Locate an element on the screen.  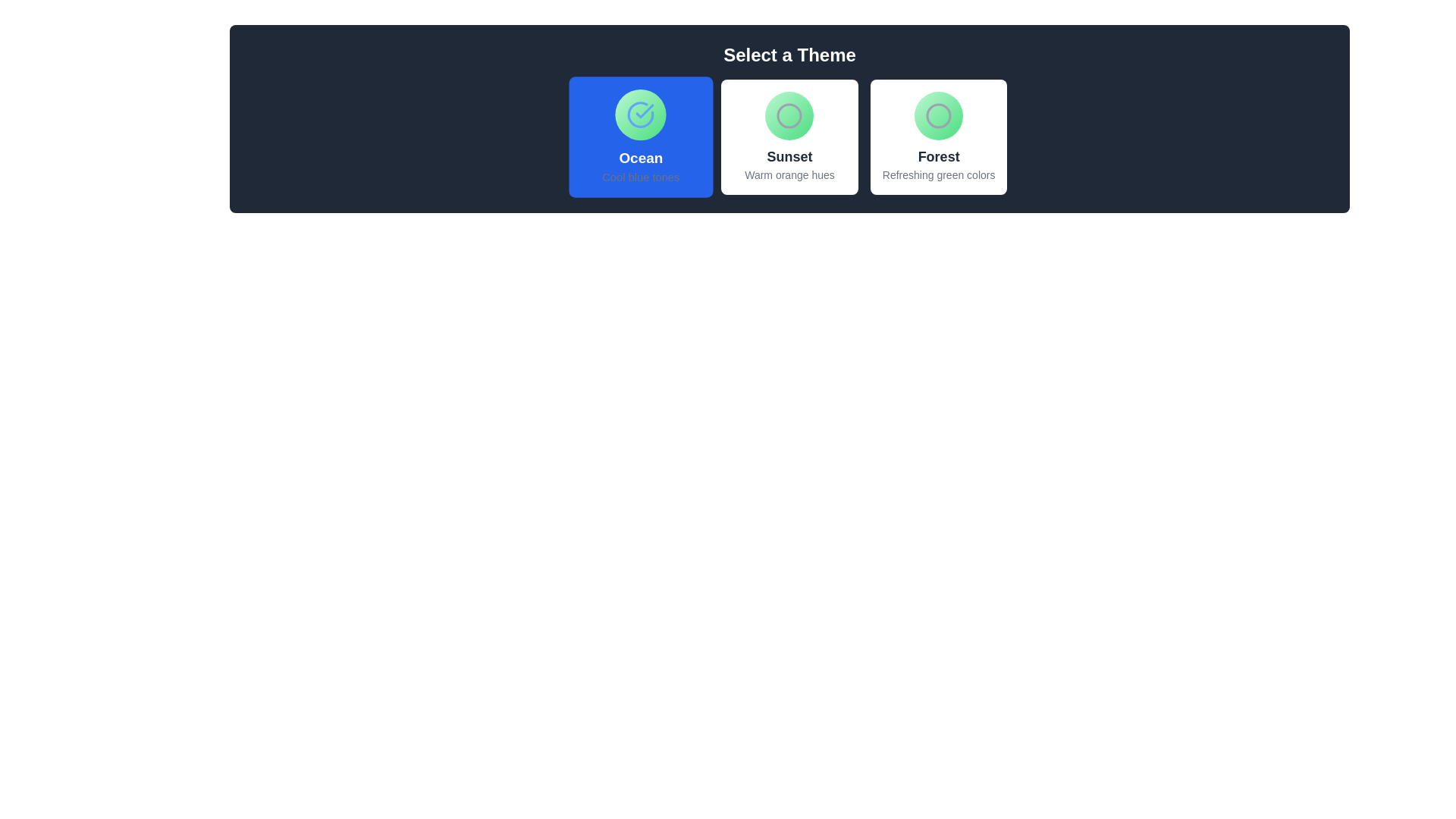
the graphical SVG checkmark icon that confirms the selection of the 'Ocean' theme, providing feedback on the chosen option is located at coordinates (645, 110).